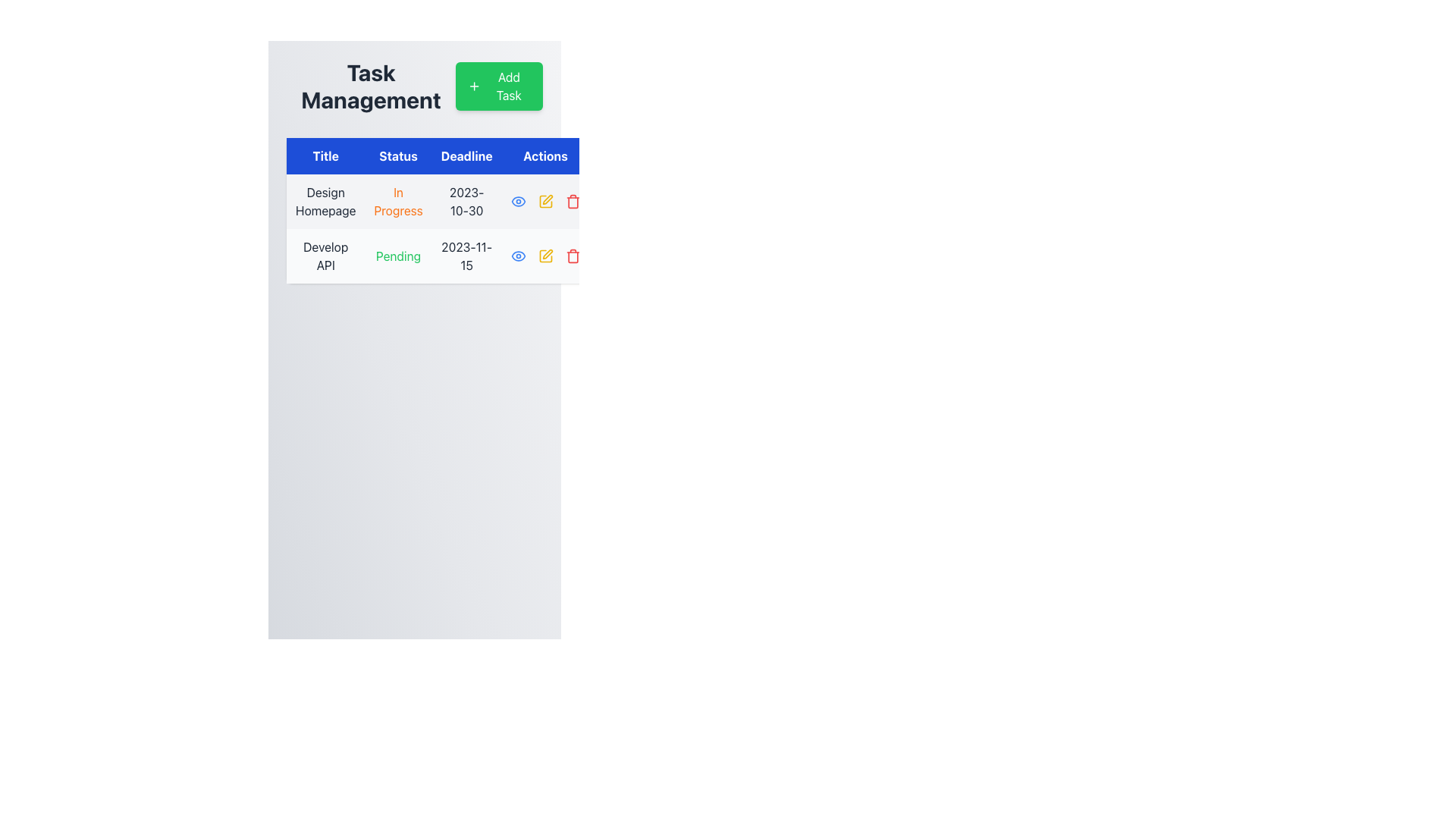 This screenshot has height=819, width=1456. Describe the element at coordinates (398, 256) in the screenshot. I see `the green text label 'Pending' in the Status column of the task table for the 'Develop API' task` at that location.